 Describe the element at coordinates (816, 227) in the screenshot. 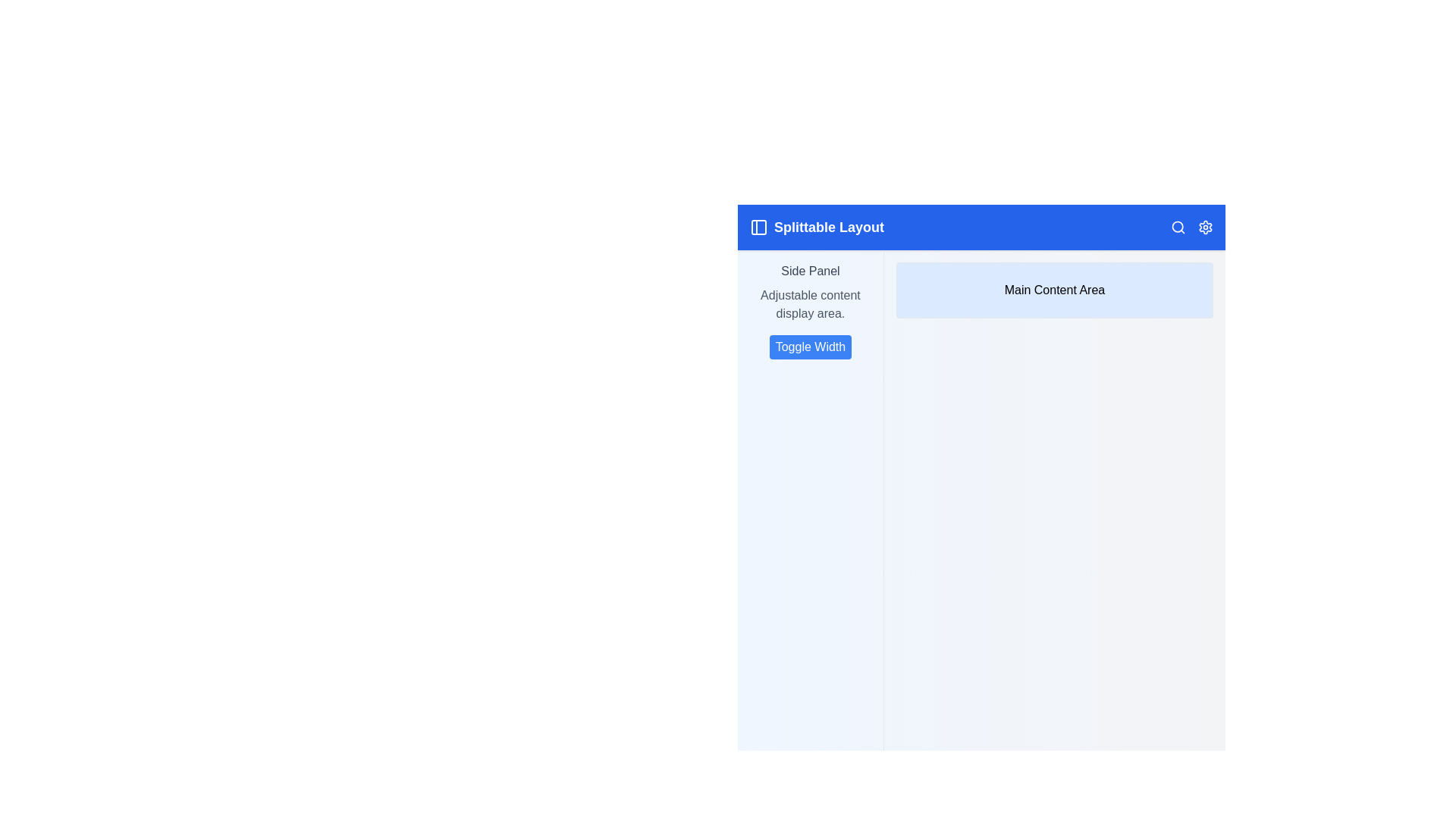

I see `the Header title element located in the upper left corner of the header section` at that location.